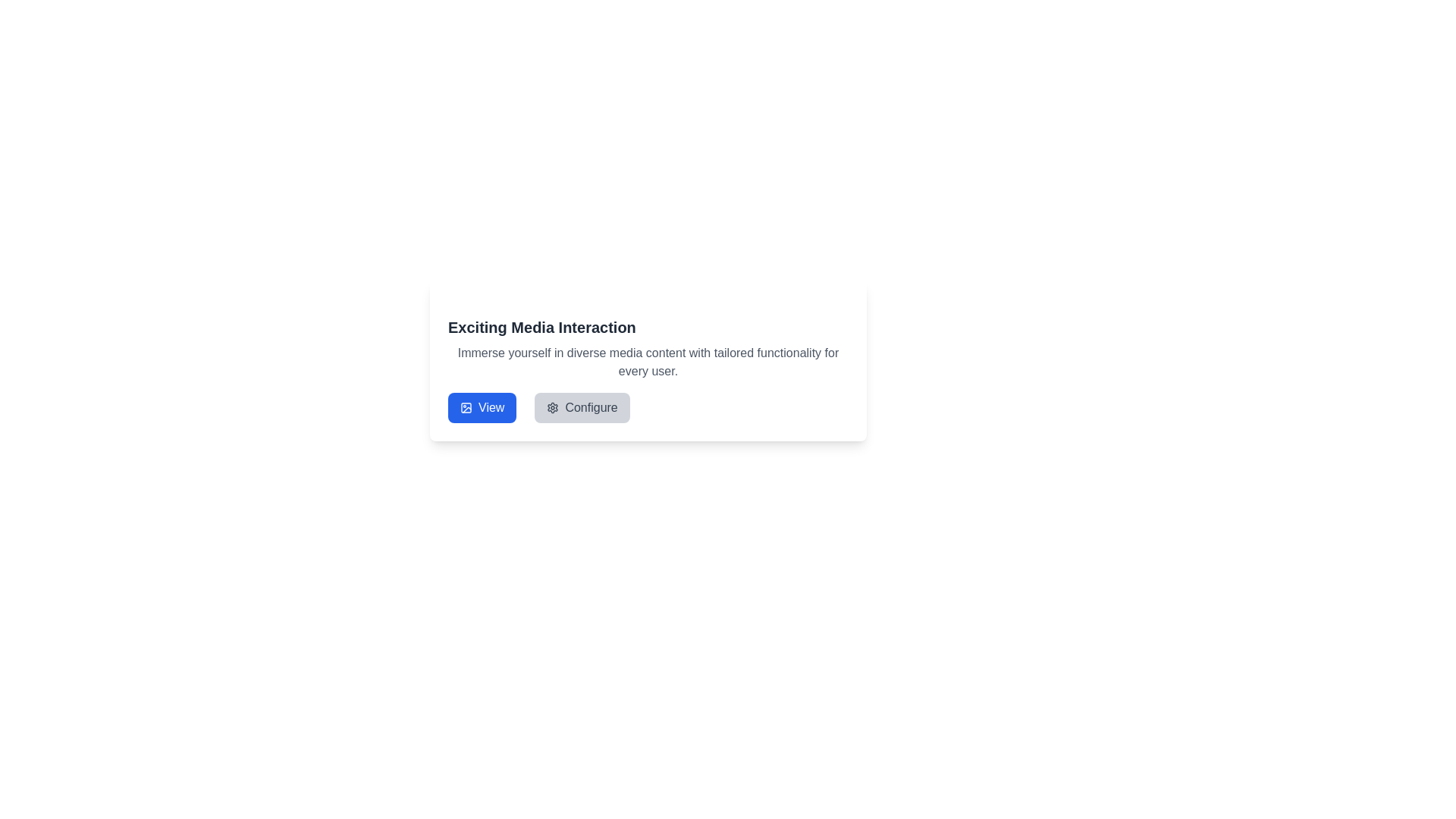  I want to click on the composite UI element consisting of two buttons ('View' on the left and 'Configure' on the right), so click(538, 406).